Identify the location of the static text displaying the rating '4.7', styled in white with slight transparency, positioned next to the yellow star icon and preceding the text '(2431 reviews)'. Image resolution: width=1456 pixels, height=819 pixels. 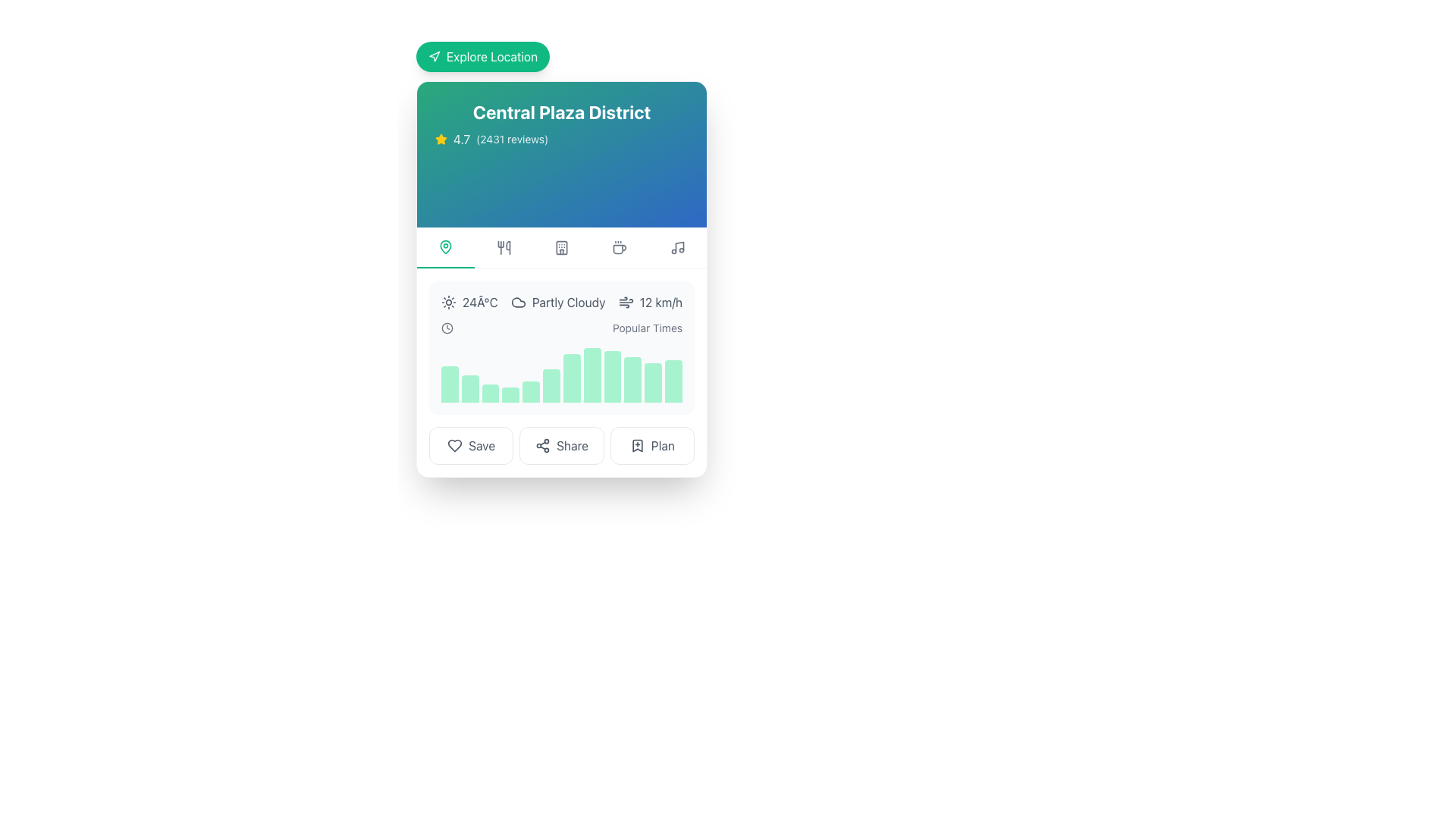
(461, 140).